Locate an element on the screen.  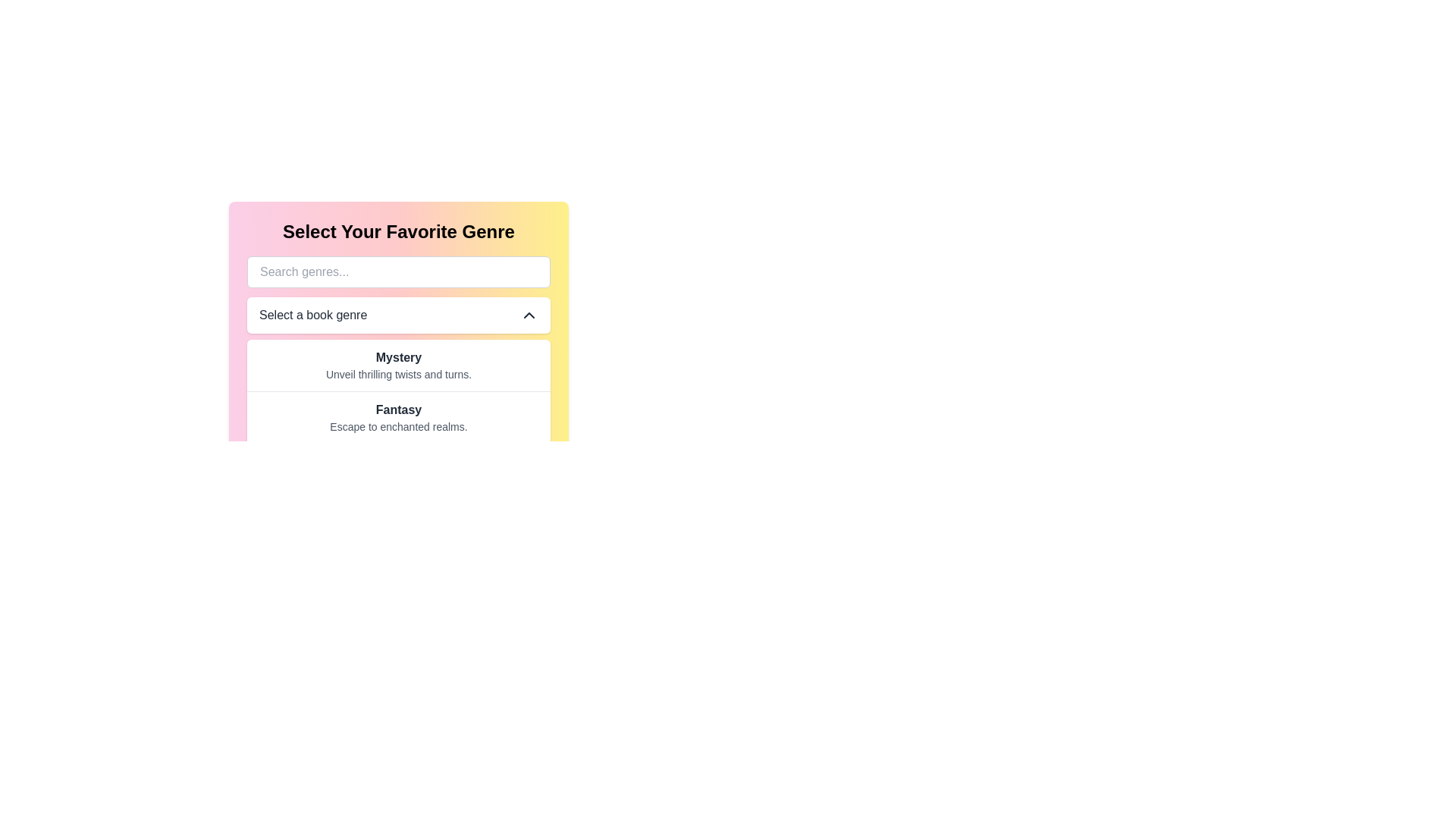
the 'Fantasy' genre option in the dropdown list, which is the second option below 'Mystery' and centrally aligned under 'Select a book genre' is located at coordinates (399, 422).